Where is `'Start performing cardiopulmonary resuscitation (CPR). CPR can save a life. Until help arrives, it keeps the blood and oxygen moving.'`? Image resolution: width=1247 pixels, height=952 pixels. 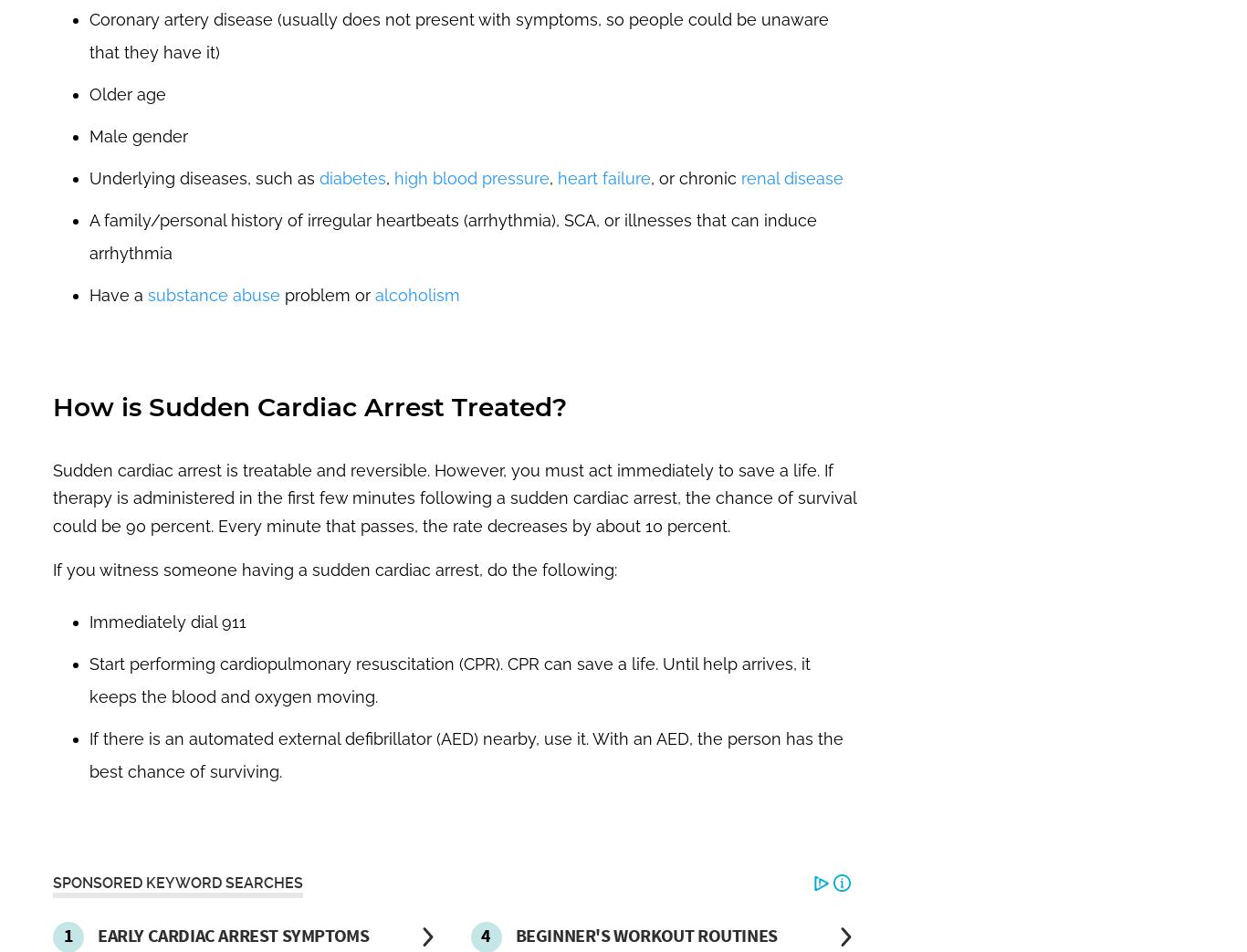
'Start performing cardiopulmonary resuscitation (CPR). CPR can save a life. Until help arrives, it keeps the blood and oxygen moving.' is located at coordinates (449, 679).